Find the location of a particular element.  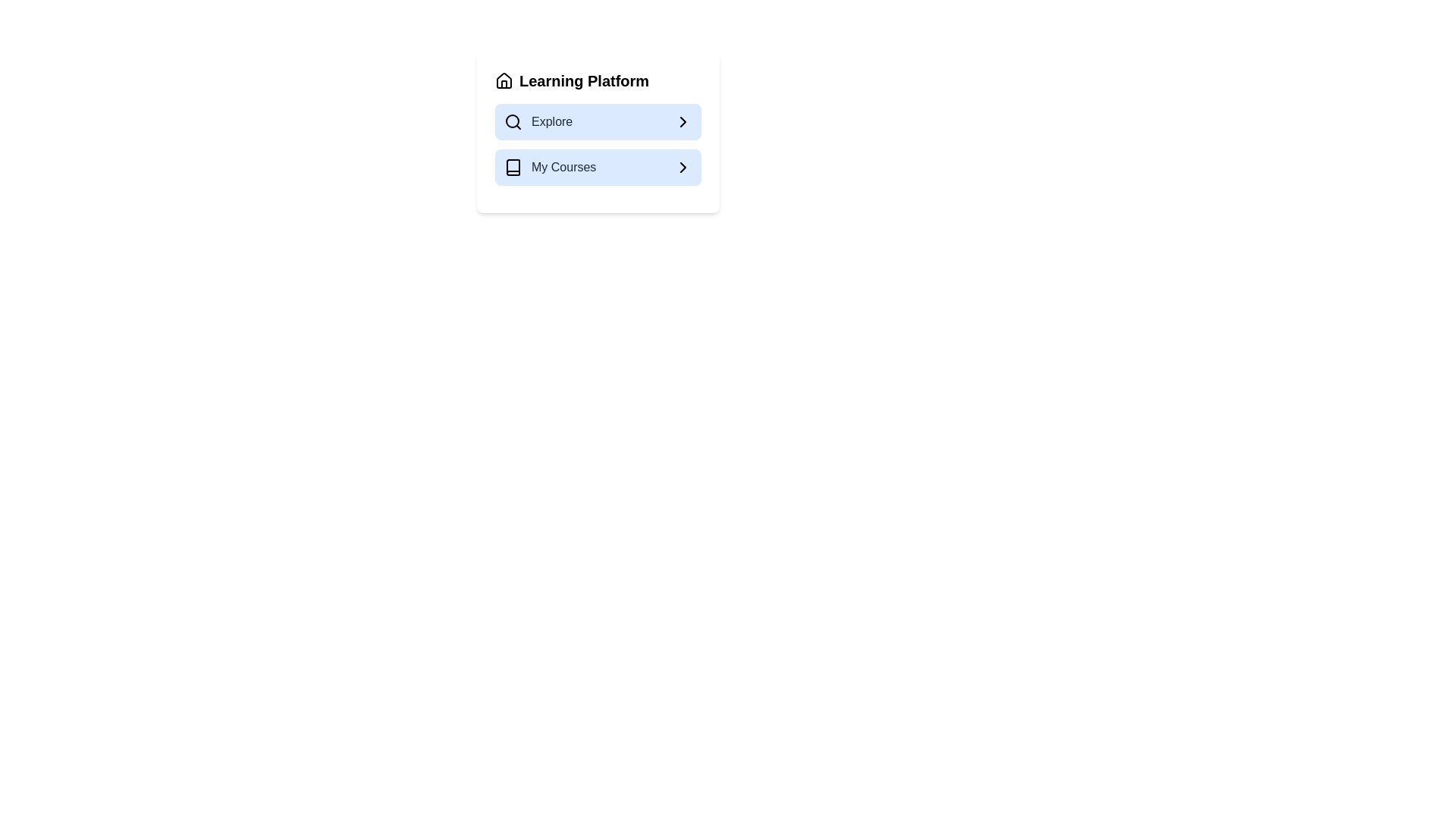

black triangular arrow icon indicating rightward navigation, which is part of the SVG image located to the right of the 'Explore' label in the 'Learning Platform' interface is located at coordinates (682, 121).